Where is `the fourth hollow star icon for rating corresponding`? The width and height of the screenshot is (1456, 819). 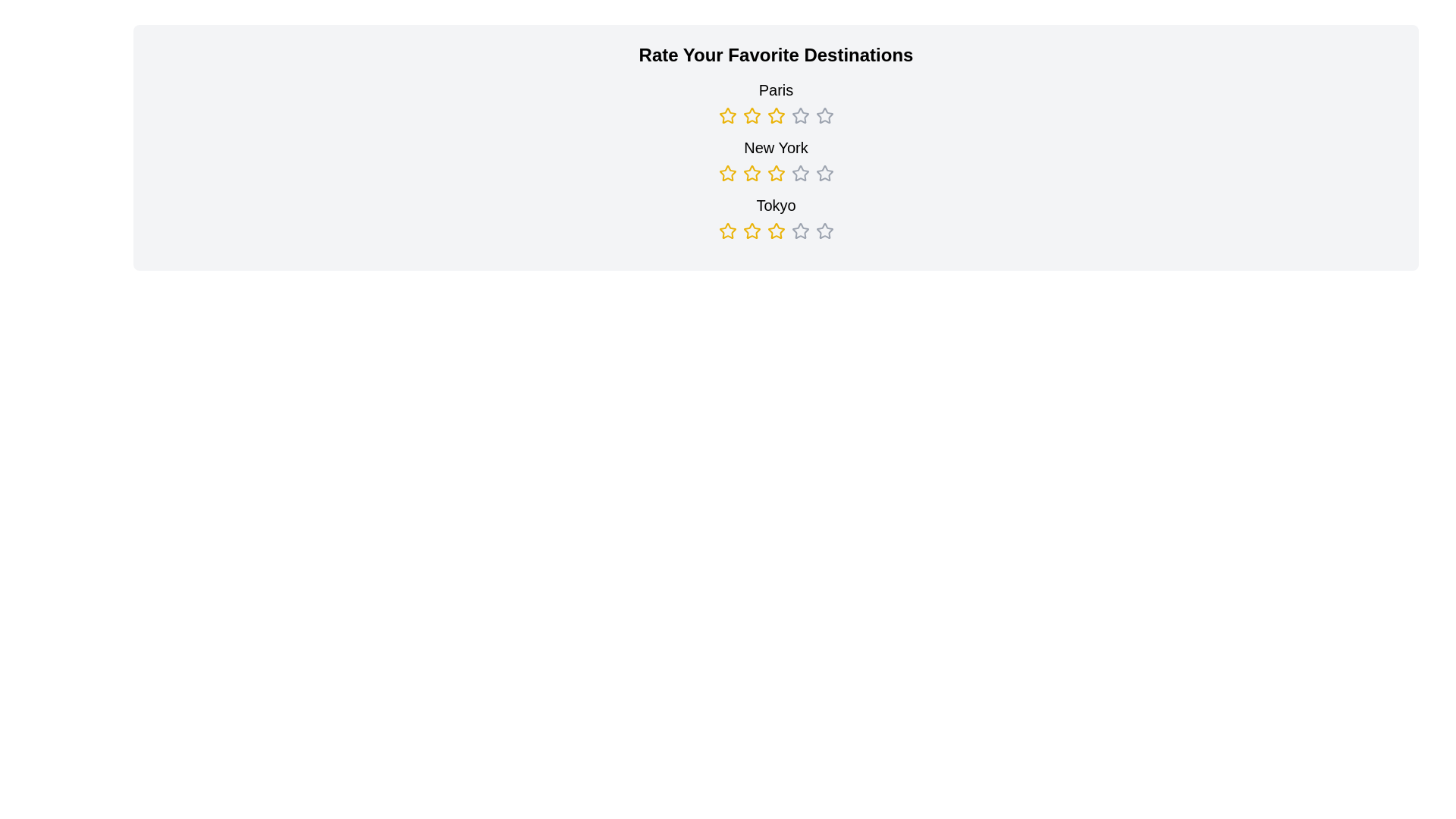
the fourth hollow star icon for rating corresponding is located at coordinates (799, 231).